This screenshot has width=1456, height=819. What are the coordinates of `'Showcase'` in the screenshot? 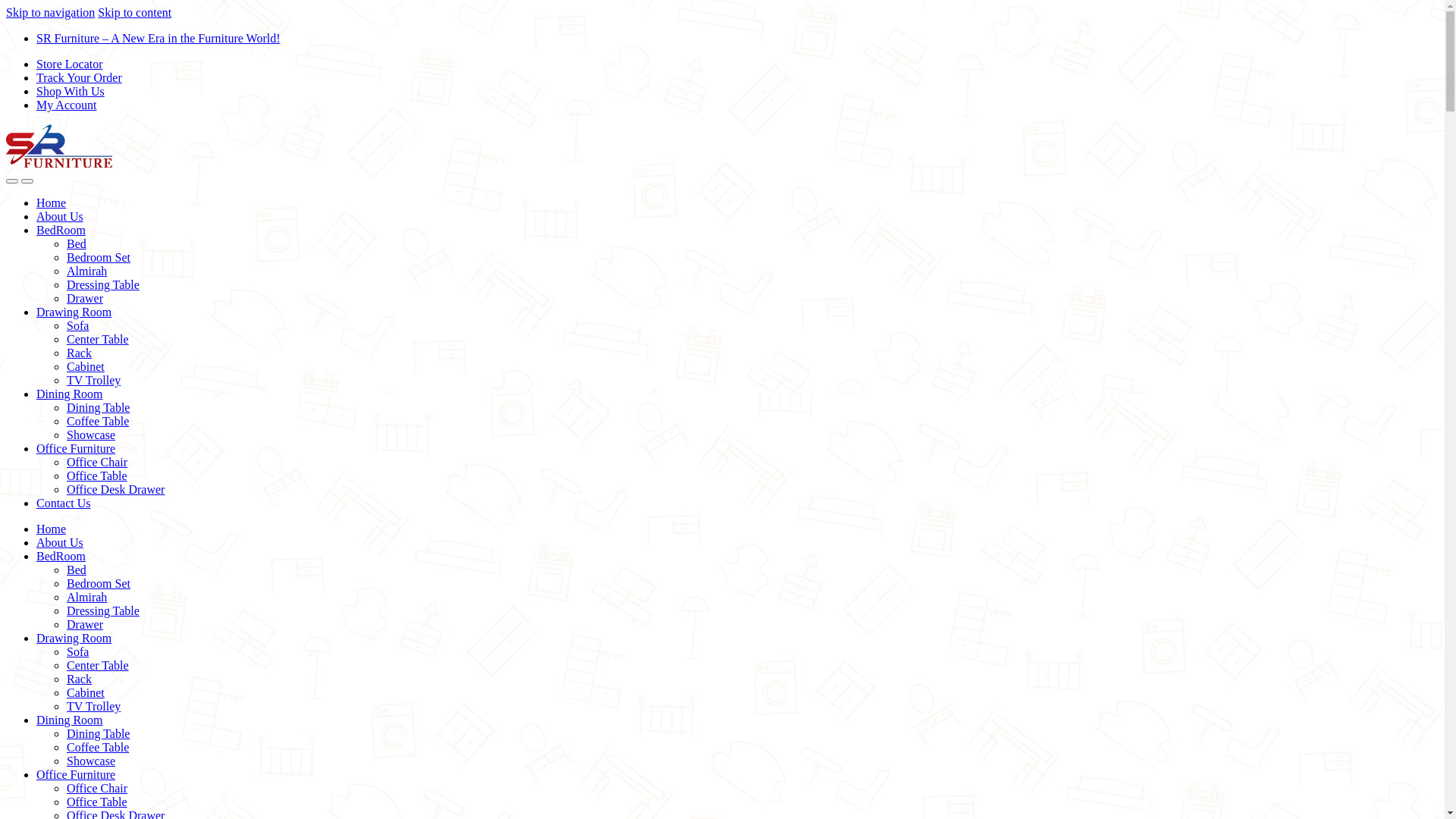 It's located at (90, 761).